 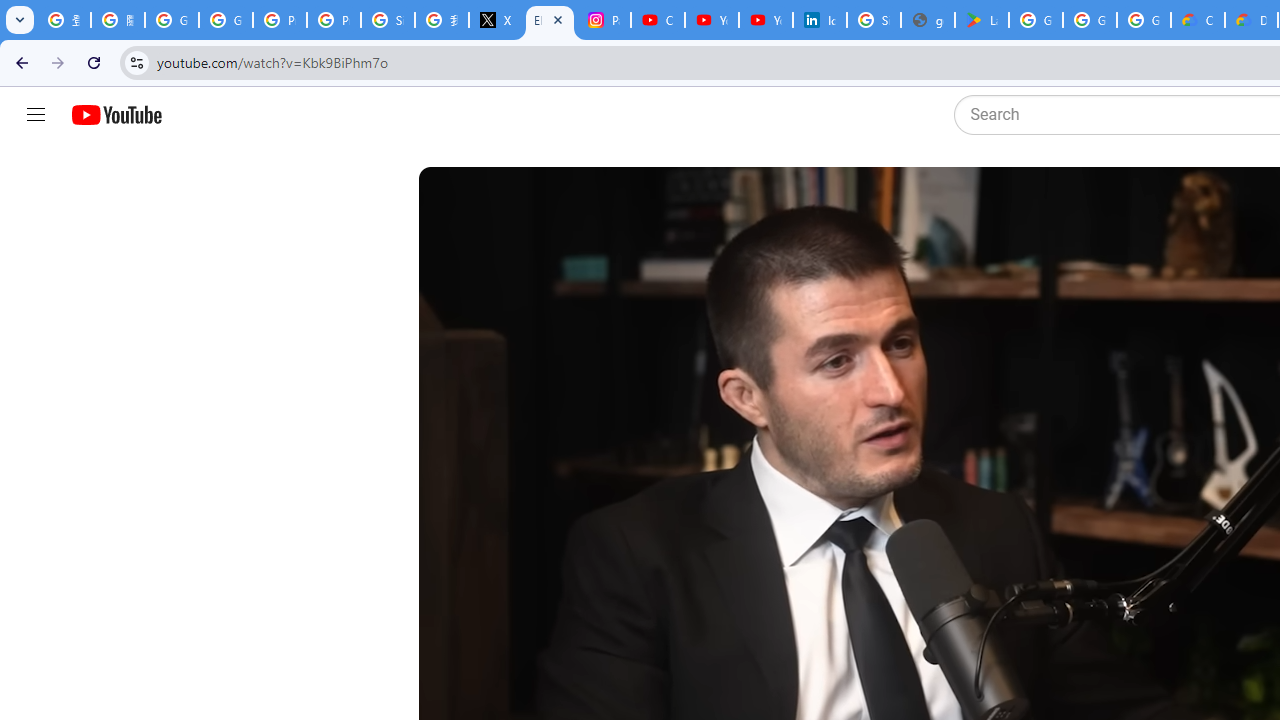 I want to click on 'Sign in - Google Accounts', so click(x=874, y=20).